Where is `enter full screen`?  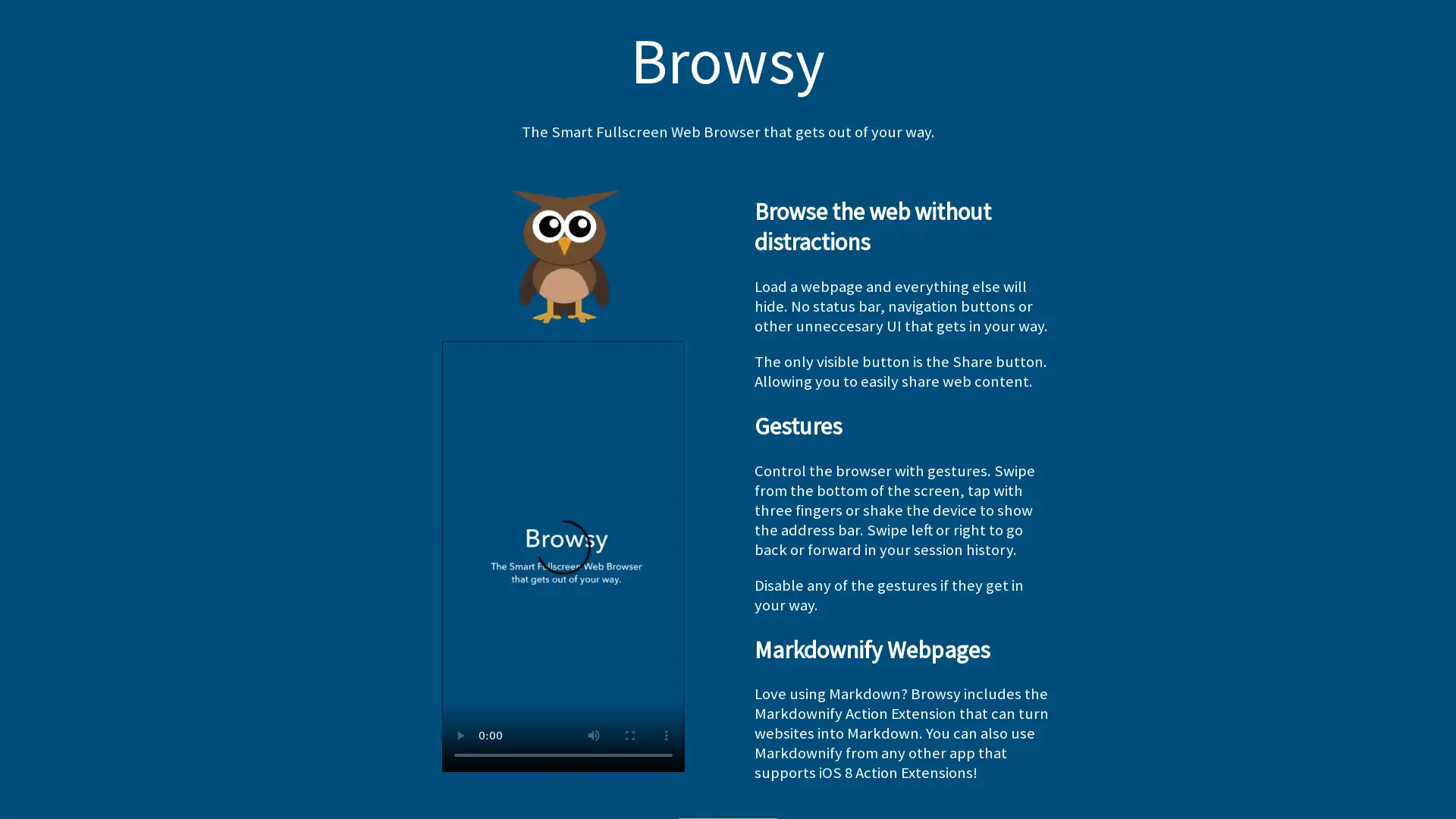 enter full screen is located at coordinates (629, 733).